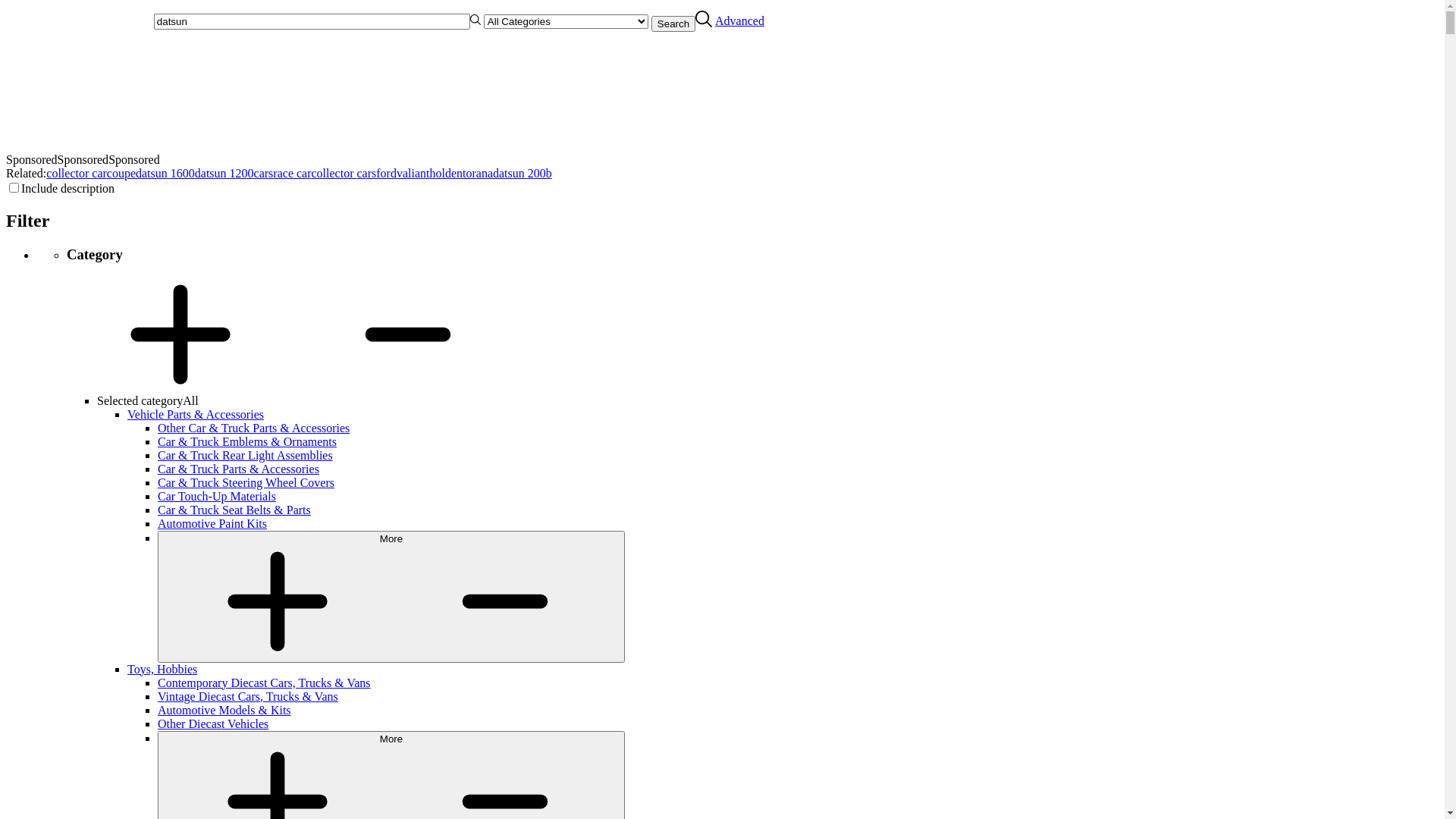 This screenshot has height=819, width=1456. What do you see at coordinates (162, 668) in the screenshot?
I see `'Toys, Hobbies'` at bounding box center [162, 668].